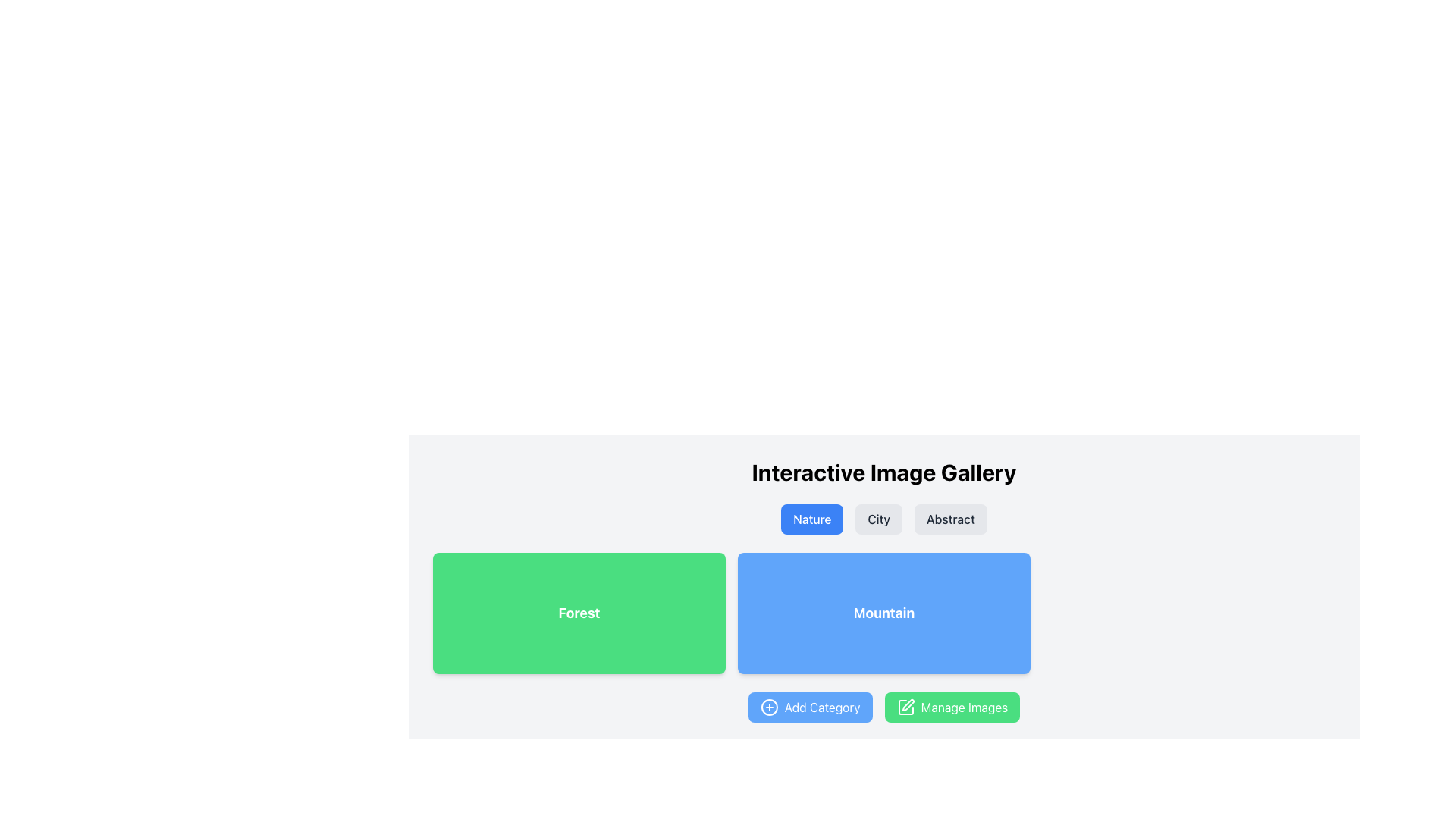  What do you see at coordinates (949, 519) in the screenshot?
I see `the 'Abstract' category button located to the right of the 'City' button and below the title 'Interactive Image Gallery'` at bounding box center [949, 519].